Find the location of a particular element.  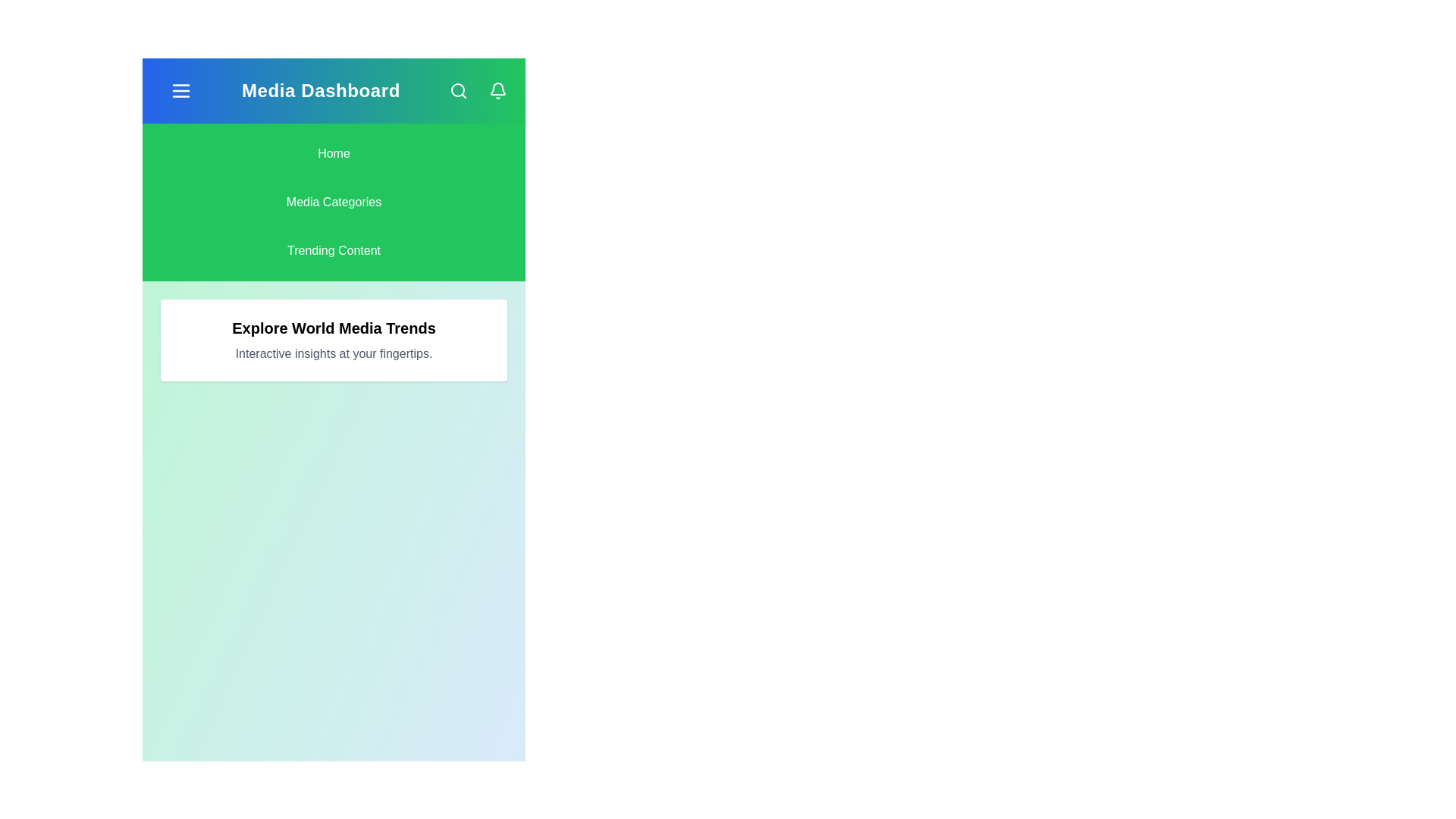

the navigation menu option Trending Content is located at coordinates (333, 250).